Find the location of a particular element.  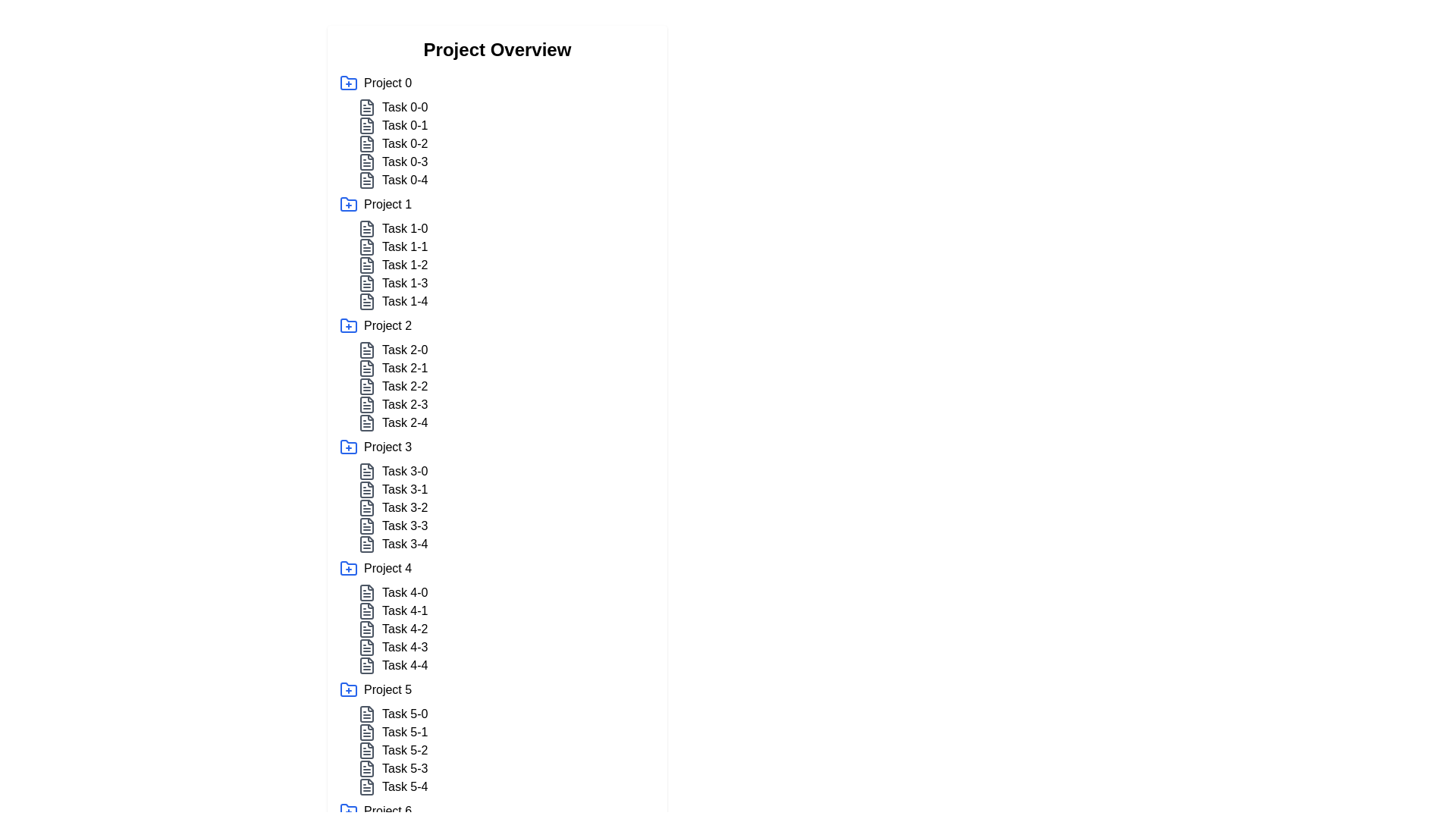

the file-shaped icon located under 'Project 2' next to 'Task 2-0' is located at coordinates (367, 350).